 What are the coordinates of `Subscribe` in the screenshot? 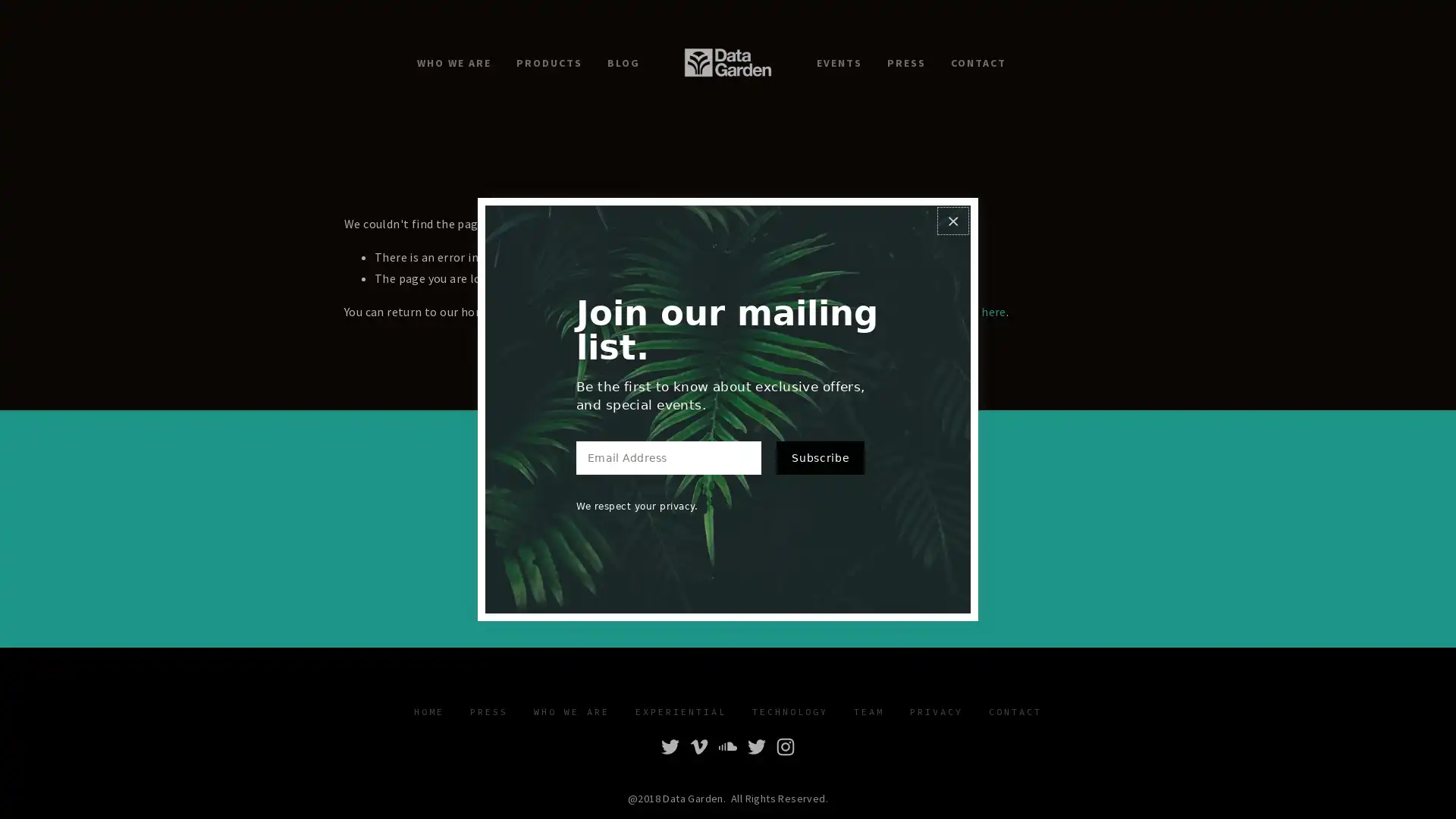 It's located at (819, 467).